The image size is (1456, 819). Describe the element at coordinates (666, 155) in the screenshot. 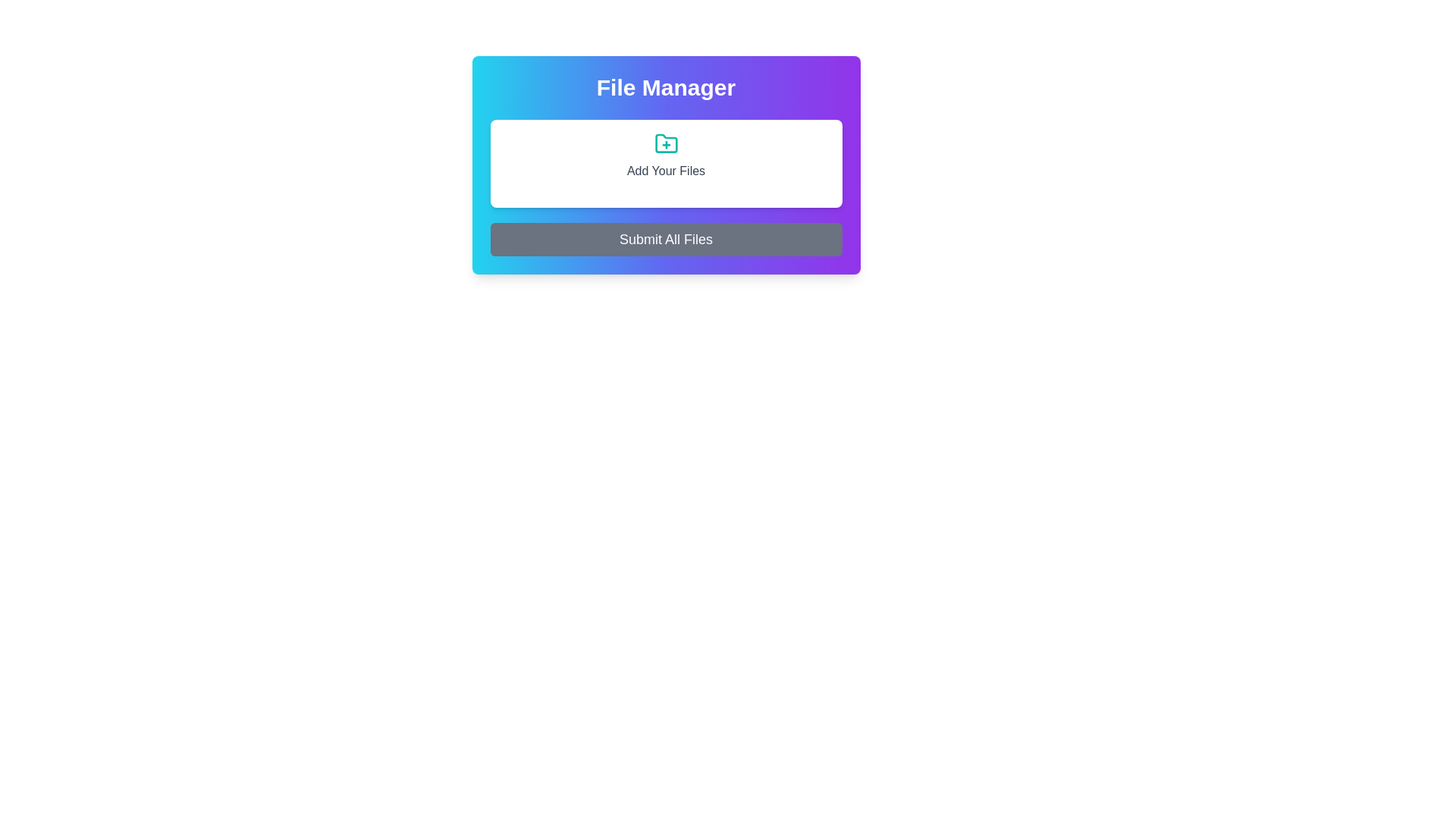

I see `the text label indicating the purpose of the file upload feature, which is positioned below the 'File Manager' title and above the 'Submit All Files' button` at that location.